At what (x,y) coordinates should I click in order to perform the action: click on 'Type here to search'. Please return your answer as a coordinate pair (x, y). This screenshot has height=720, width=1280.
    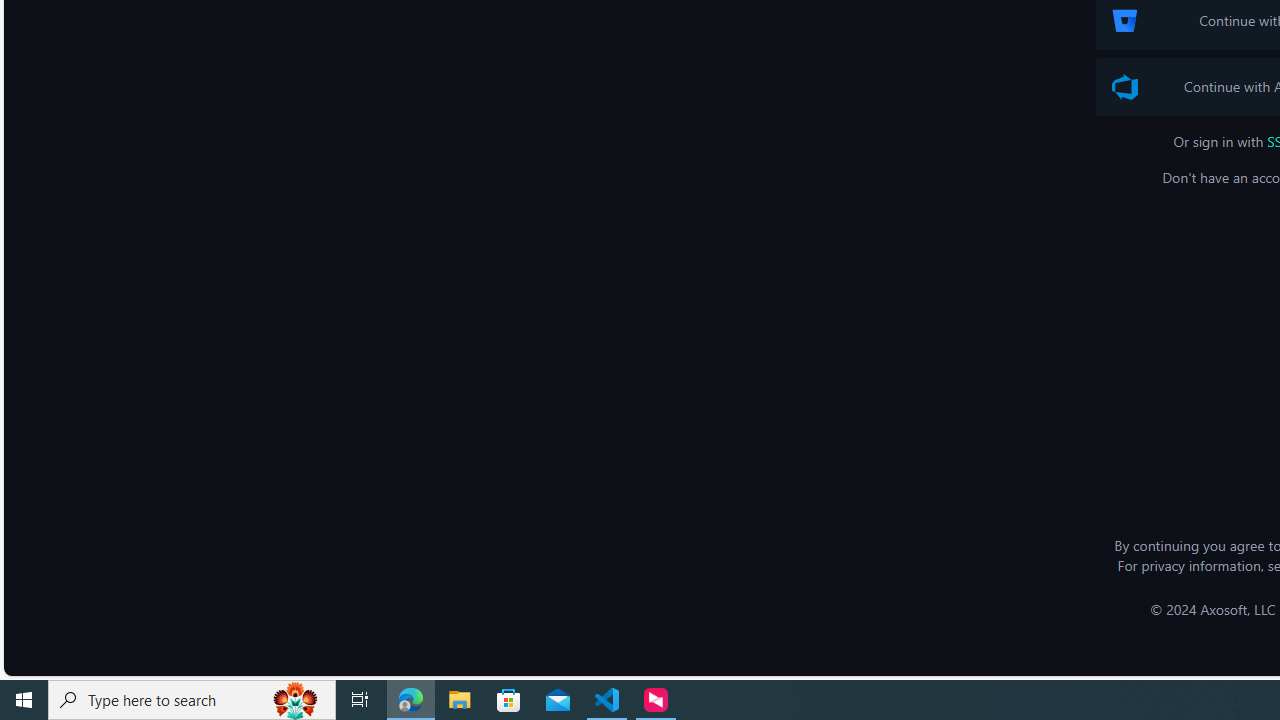
    Looking at the image, I should click on (192, 698).